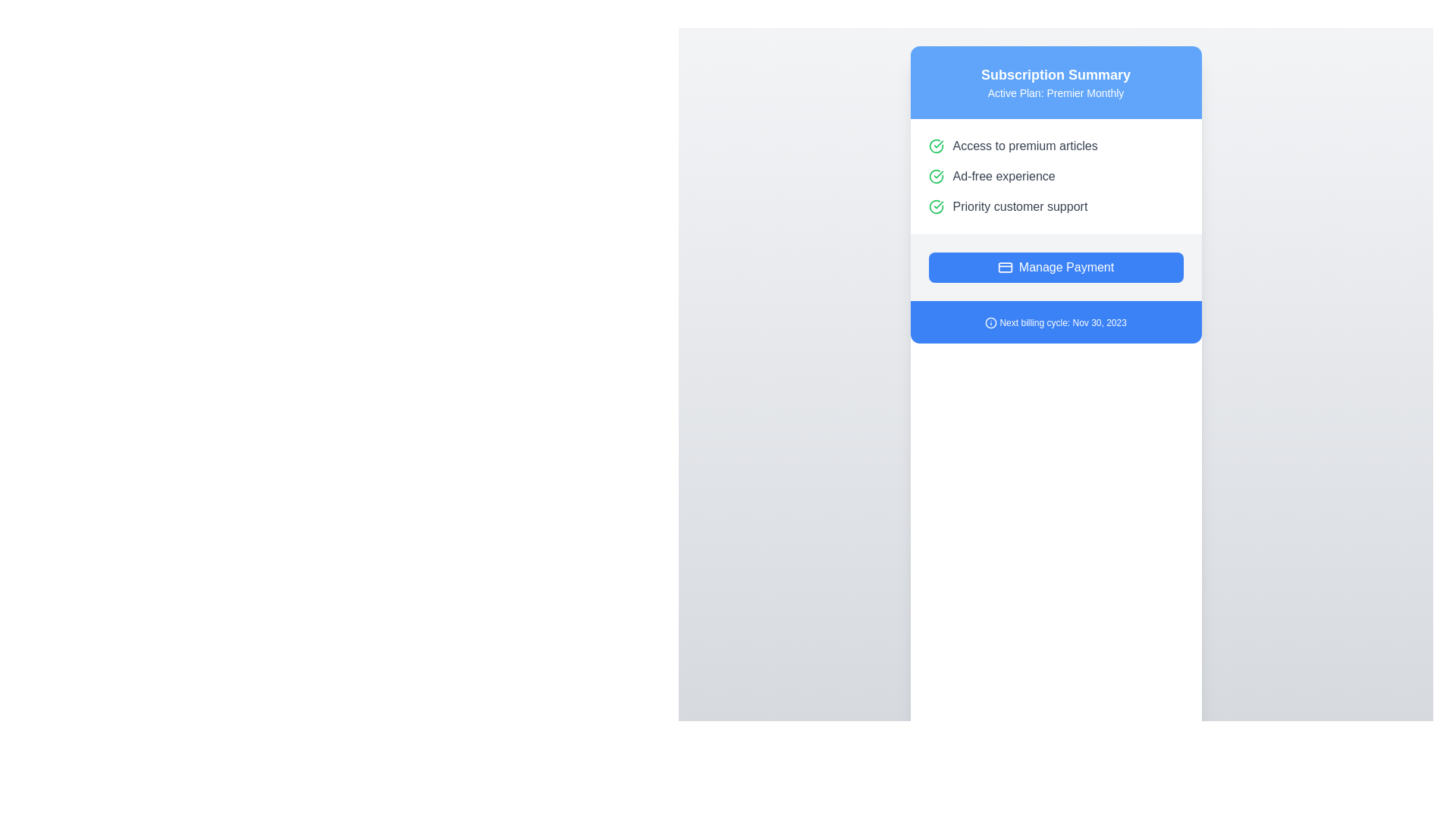  What do you see at coordinates (1055, 75) in the screenshot?
I see `the text label that serves as a title or heading summarizing the content of the section below, positioned at the top of a card-like component in the upper middle part of the interface` at bounding box center [1055, 75].